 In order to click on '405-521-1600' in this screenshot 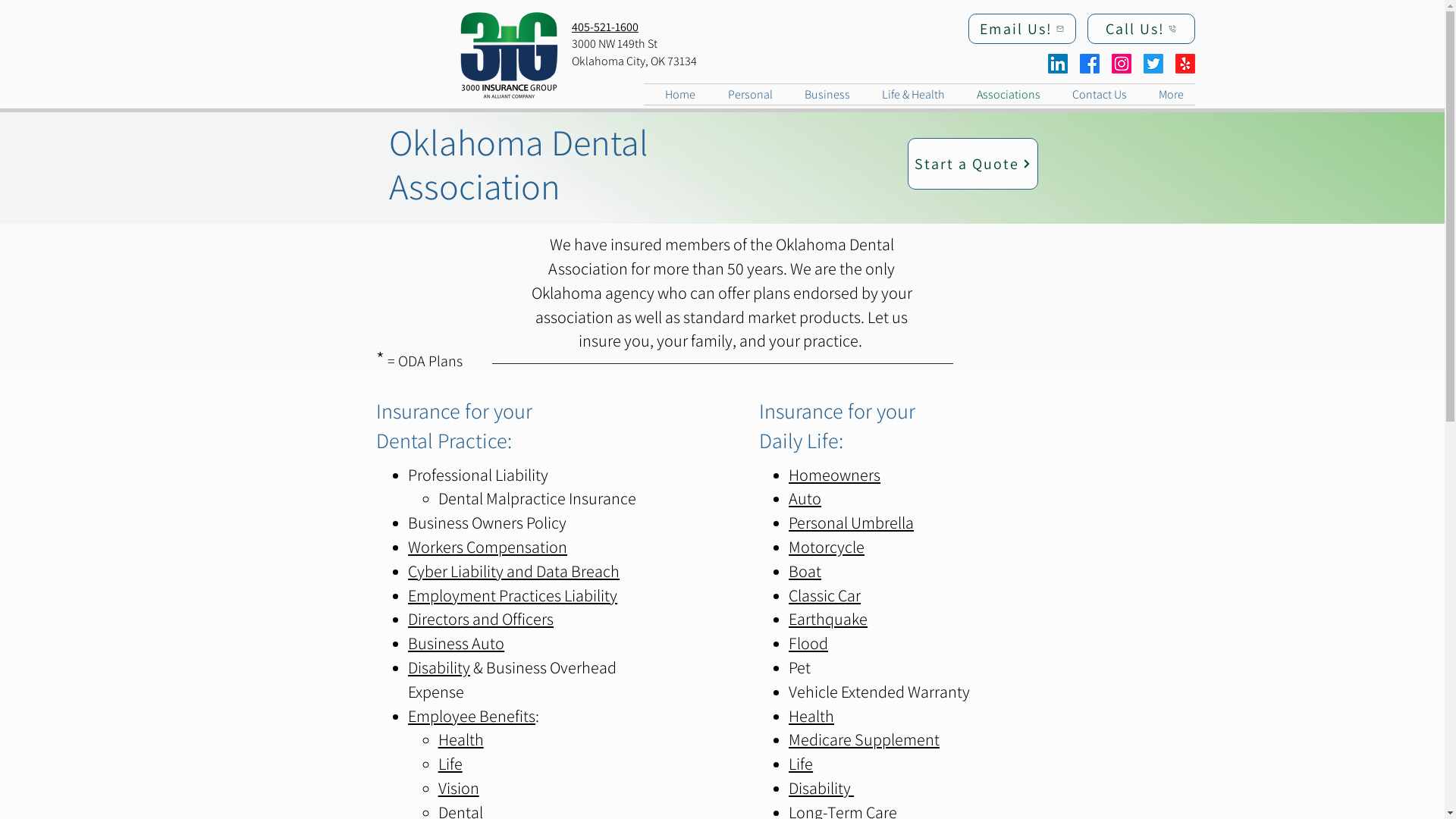, I will do `click(604, 27)`.